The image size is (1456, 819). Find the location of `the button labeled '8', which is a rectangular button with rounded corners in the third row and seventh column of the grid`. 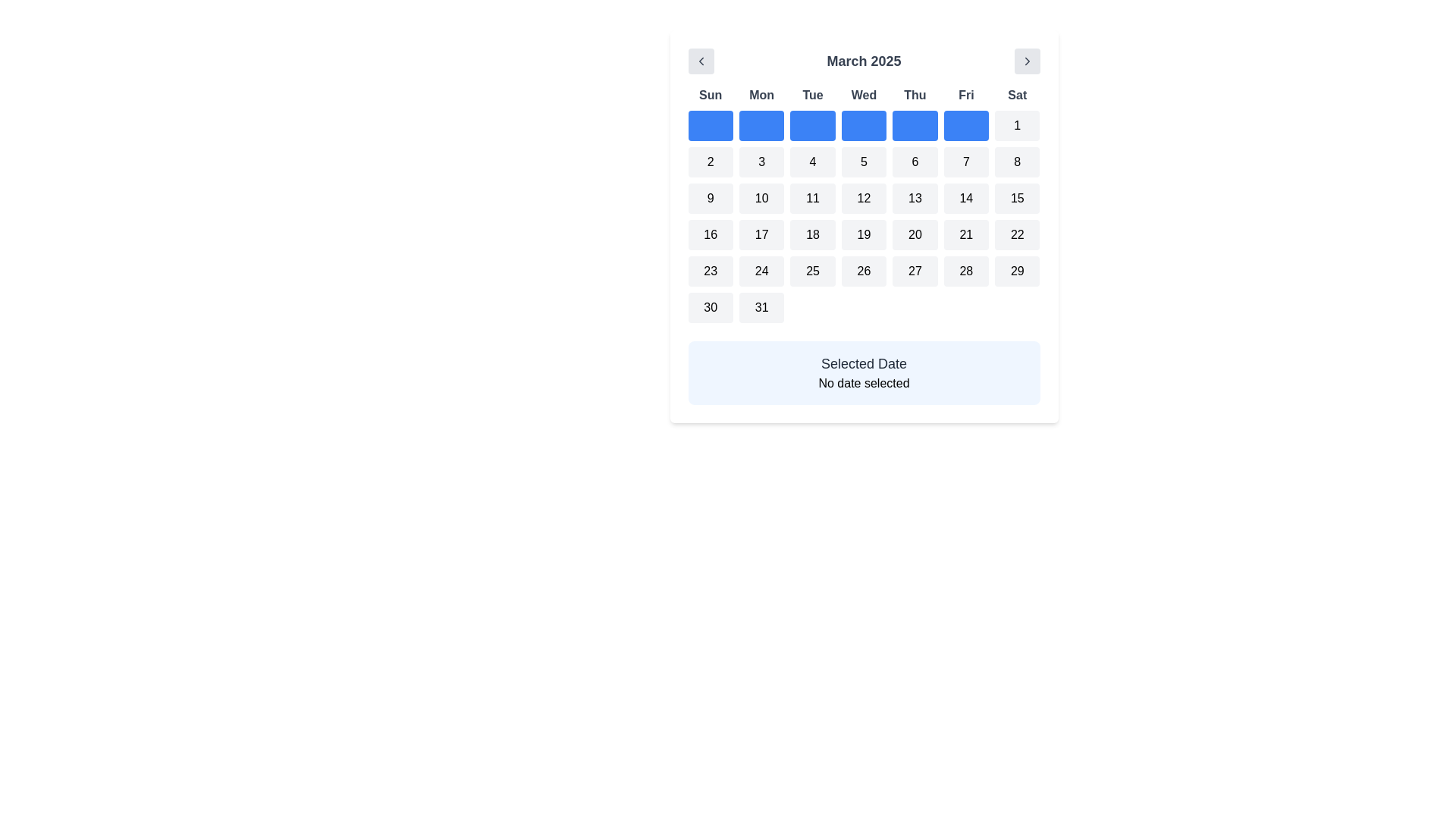

the button labeled '8', which is a rectangular button with rounded corners in the third row and seventh column of the grid is located at coordinates (1017, 162).